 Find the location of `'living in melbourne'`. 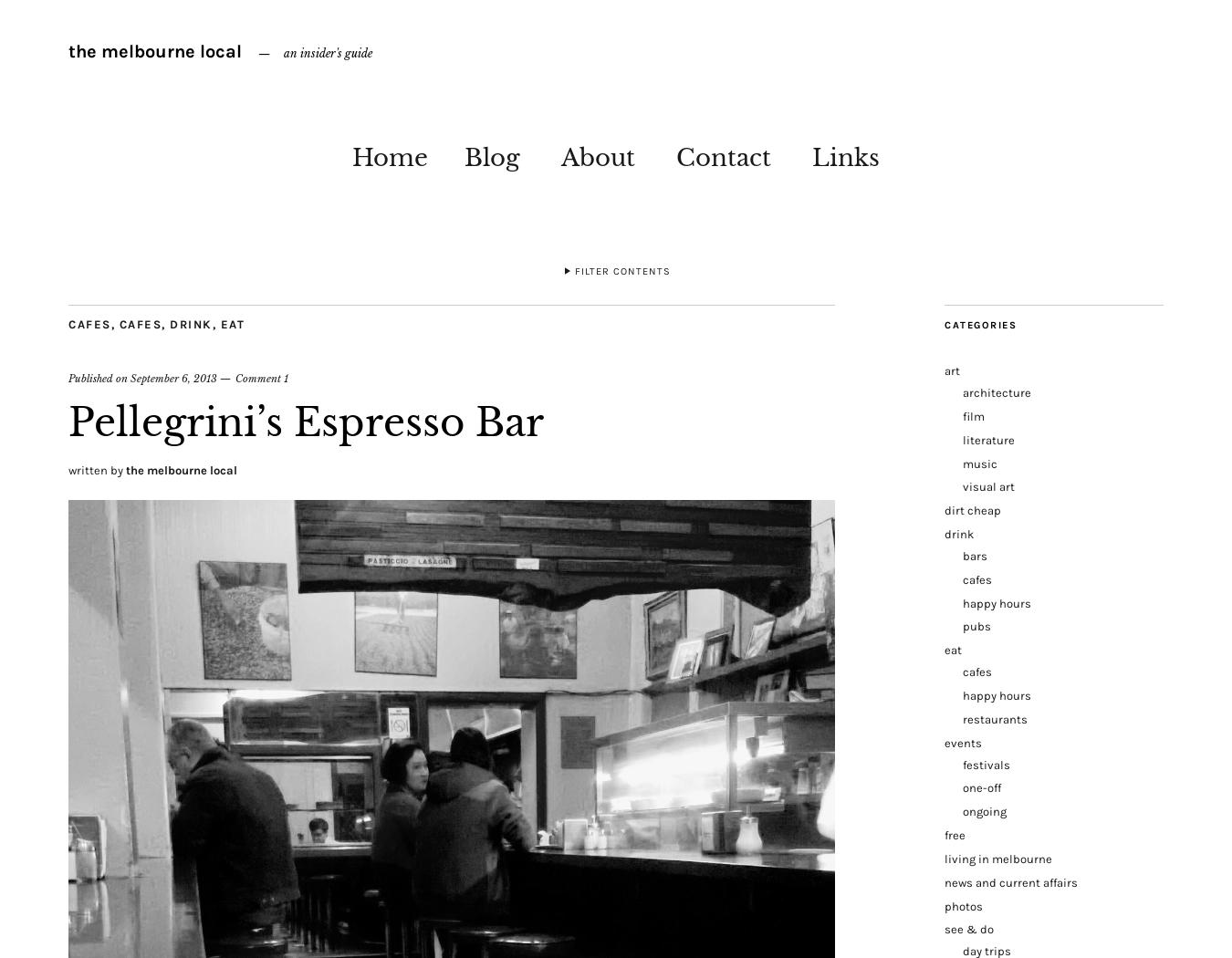

'living in melbourne' is located at coordinates (998, 857).